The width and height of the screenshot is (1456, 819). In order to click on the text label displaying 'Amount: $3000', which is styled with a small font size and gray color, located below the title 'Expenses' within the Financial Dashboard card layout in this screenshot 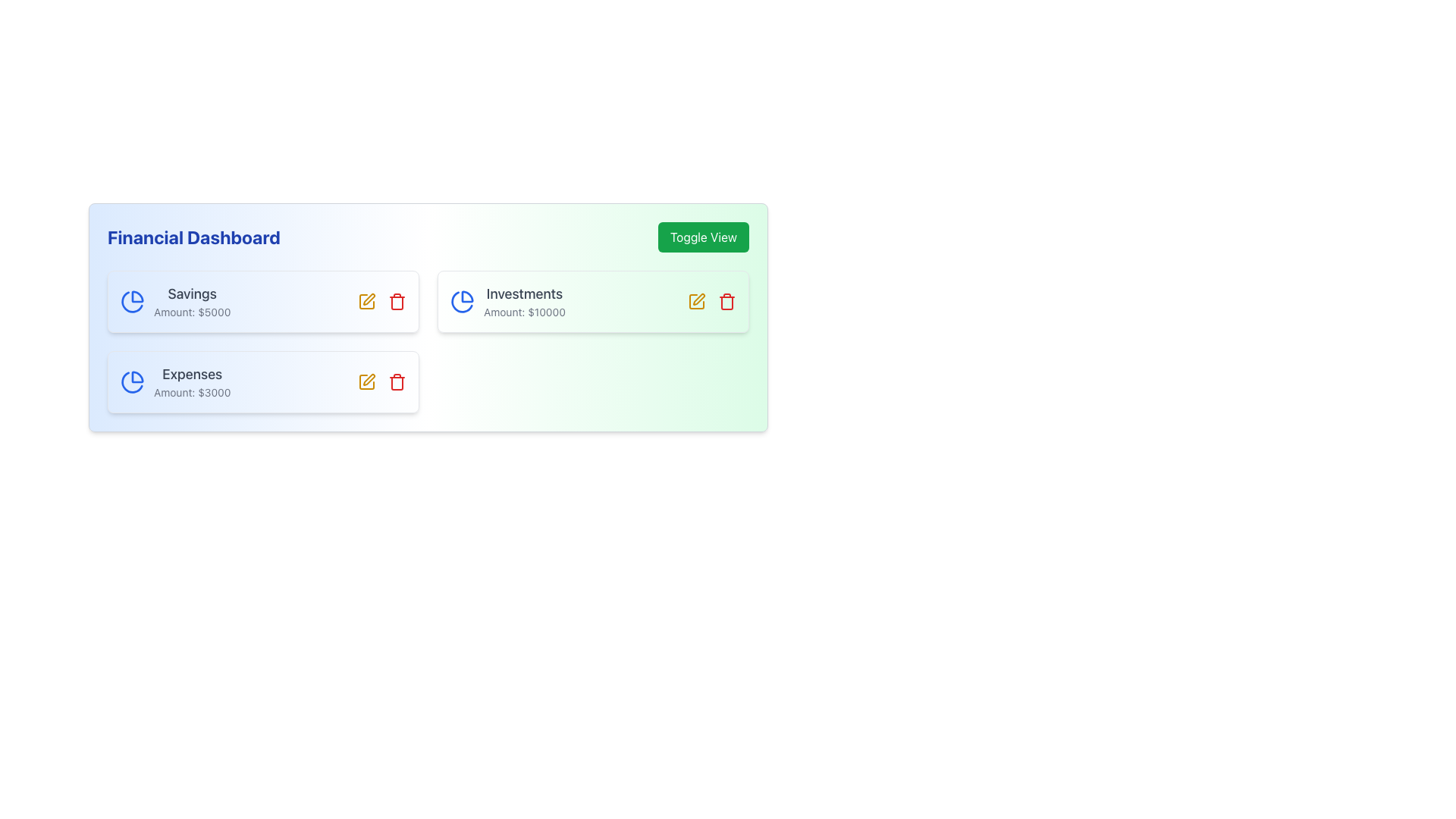, I will do `click(191, 391)`.